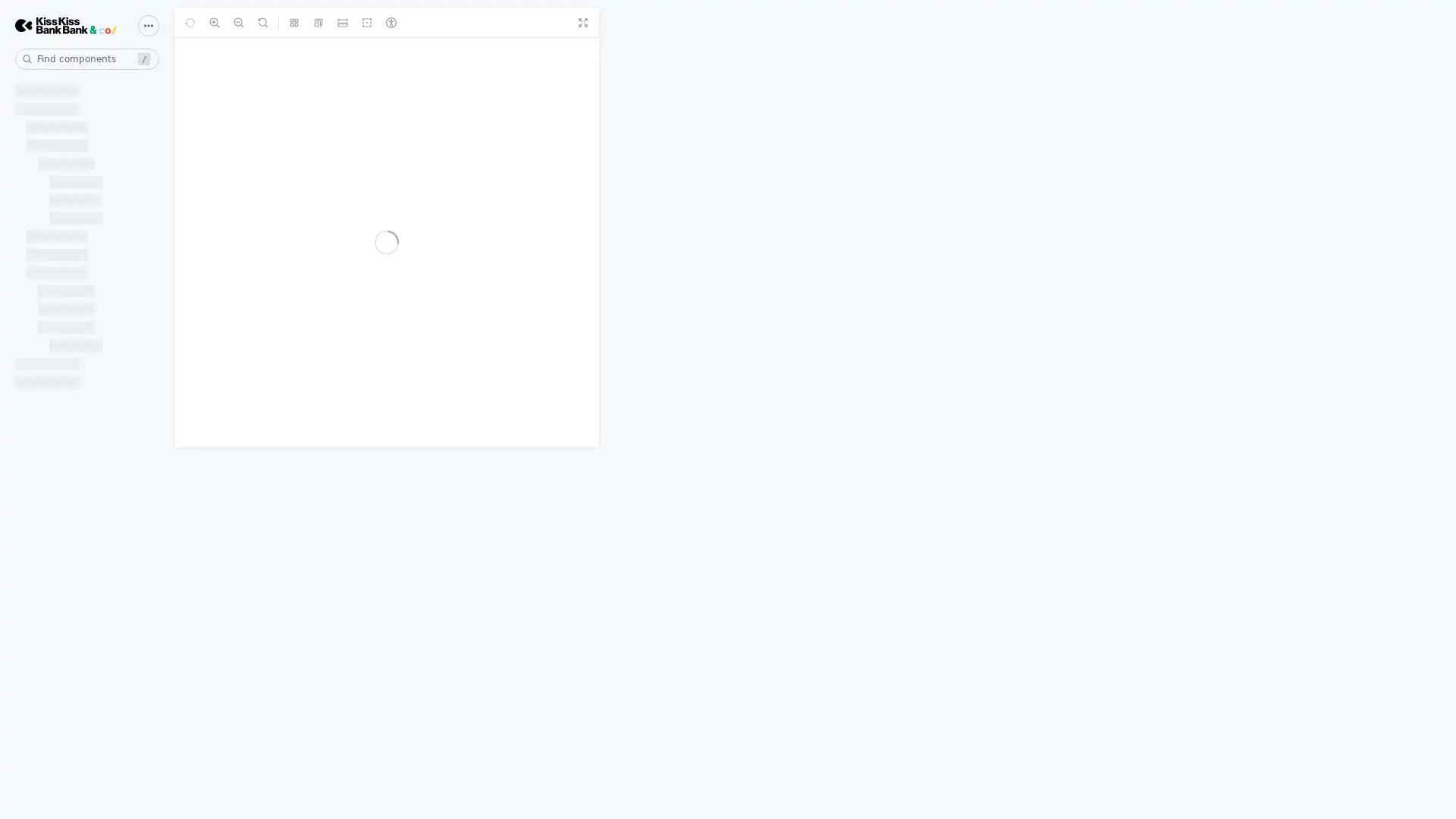 The height and width of the screenshot is (819, 1456). I want to click on ACCESSIBILITY, so click(64, 397).